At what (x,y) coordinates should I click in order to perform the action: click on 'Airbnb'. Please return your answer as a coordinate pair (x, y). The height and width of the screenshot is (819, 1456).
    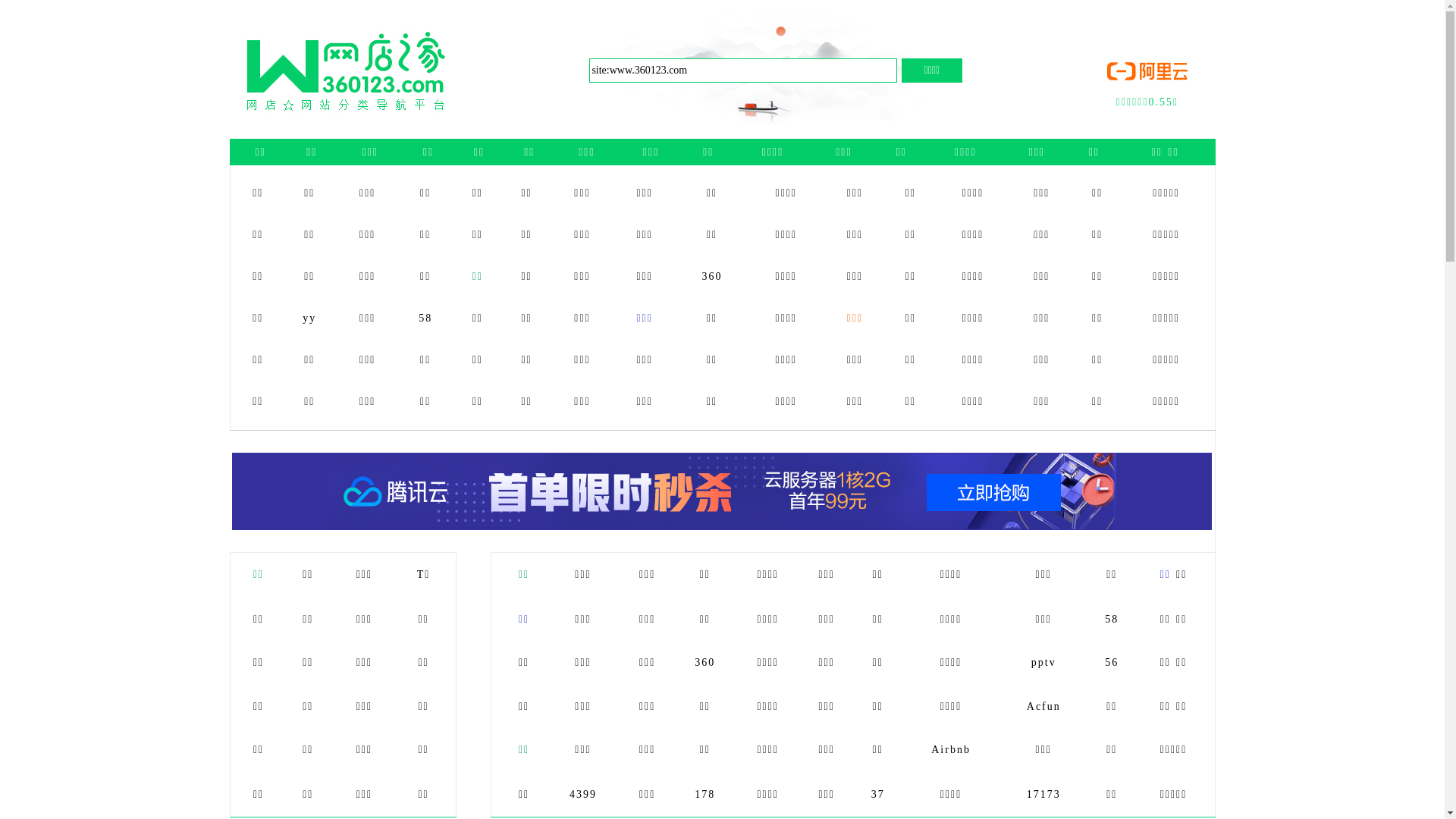
    Looking at the image, I should click on (949, 748).